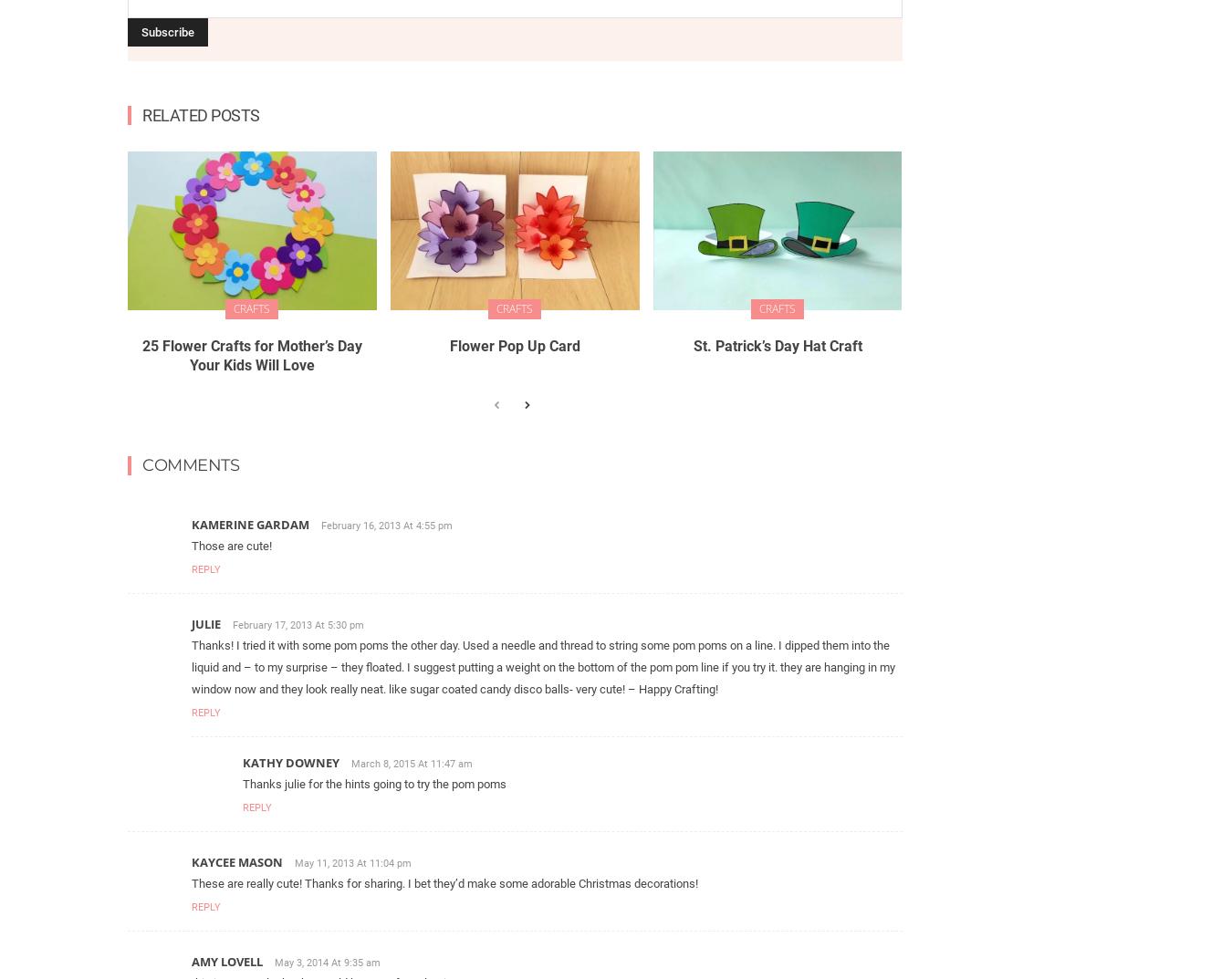 Image resolution: width=1232 pixels, height=979 pixels. I want to click on 'Thanks julie for the hints going to try the pom poms', so click(374, 782).